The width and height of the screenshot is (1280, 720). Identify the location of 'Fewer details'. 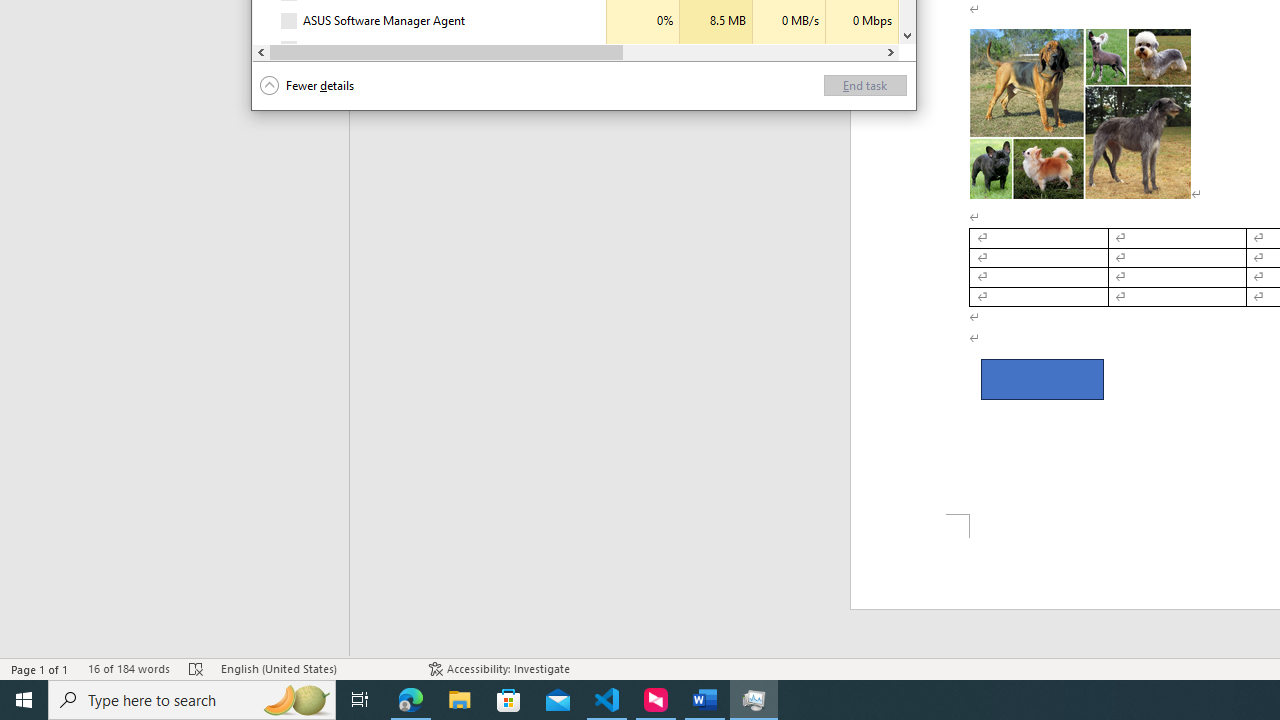
(306, 85).